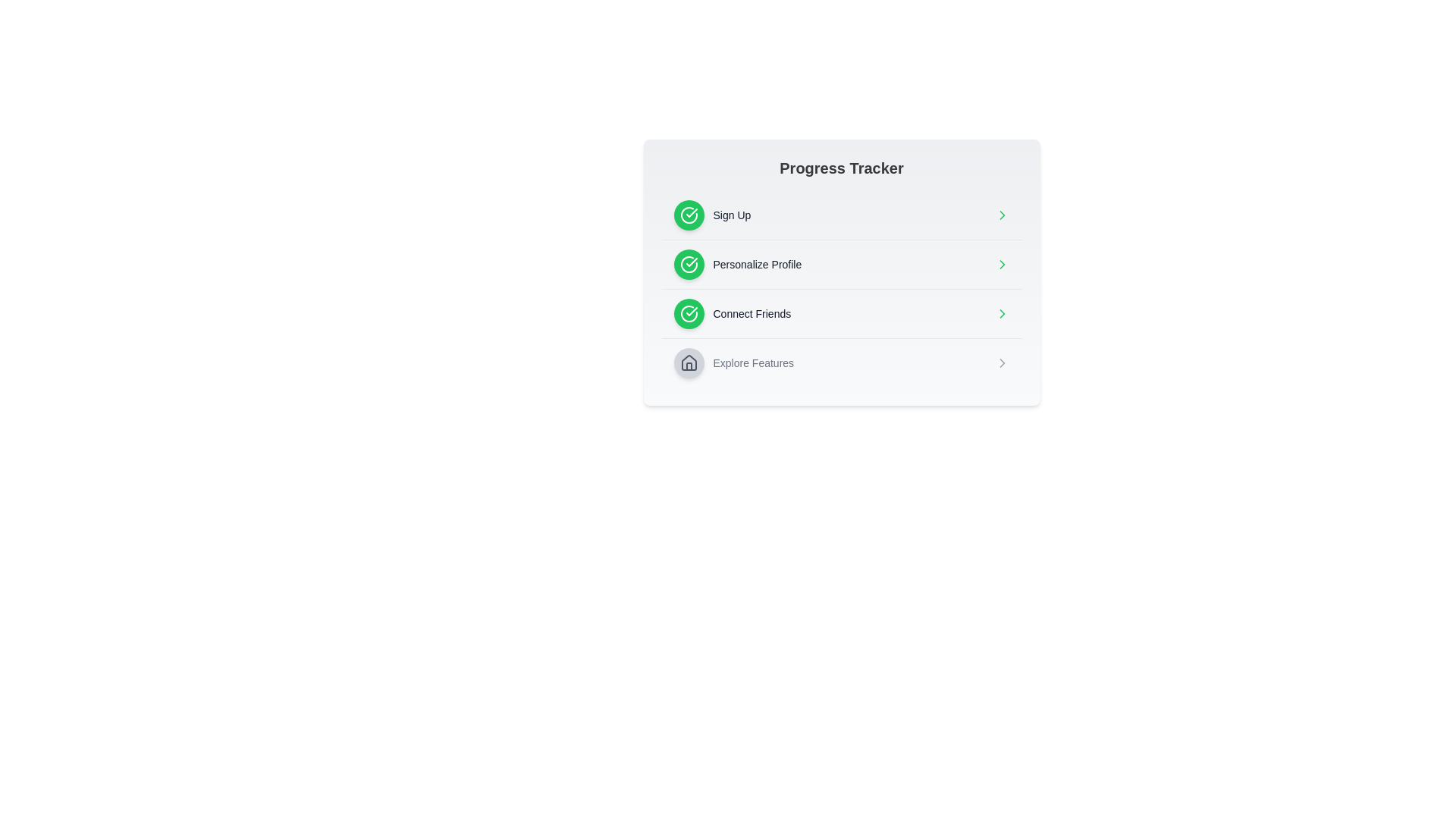 Image resolution: width=1456 pixels, height=819 pixels. What do you see at coordinates (1002, 215) in the screenshot?
I see `the chevron-shaped icon with a green stroke located at the end of the fourth row in the progress tracker interface, next to the 'Explore Features' label` at bounding box center [1002, 215].